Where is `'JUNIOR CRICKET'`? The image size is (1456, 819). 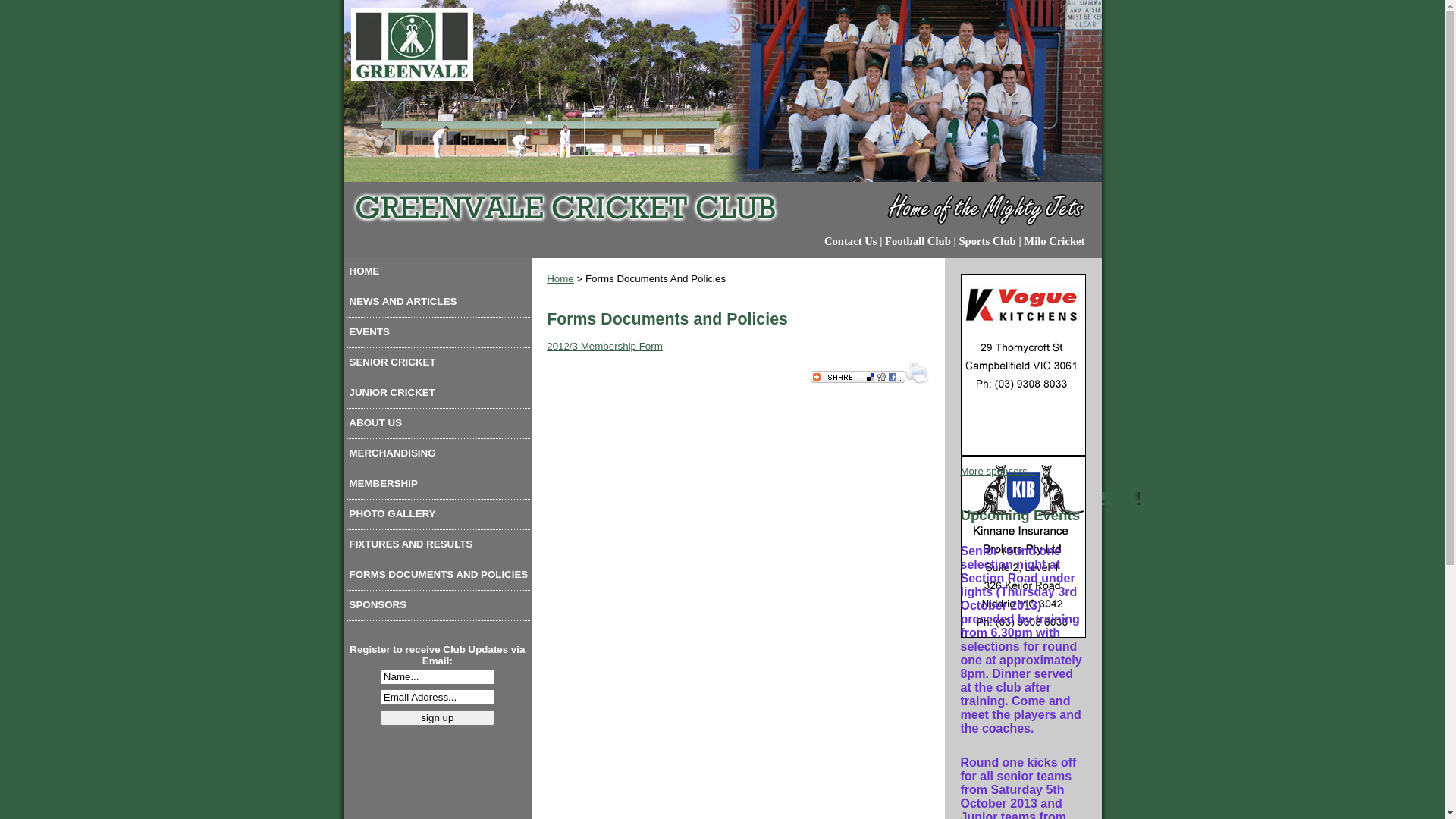 'JUNIOR CRICKET' is located at coordinates (438, 394).